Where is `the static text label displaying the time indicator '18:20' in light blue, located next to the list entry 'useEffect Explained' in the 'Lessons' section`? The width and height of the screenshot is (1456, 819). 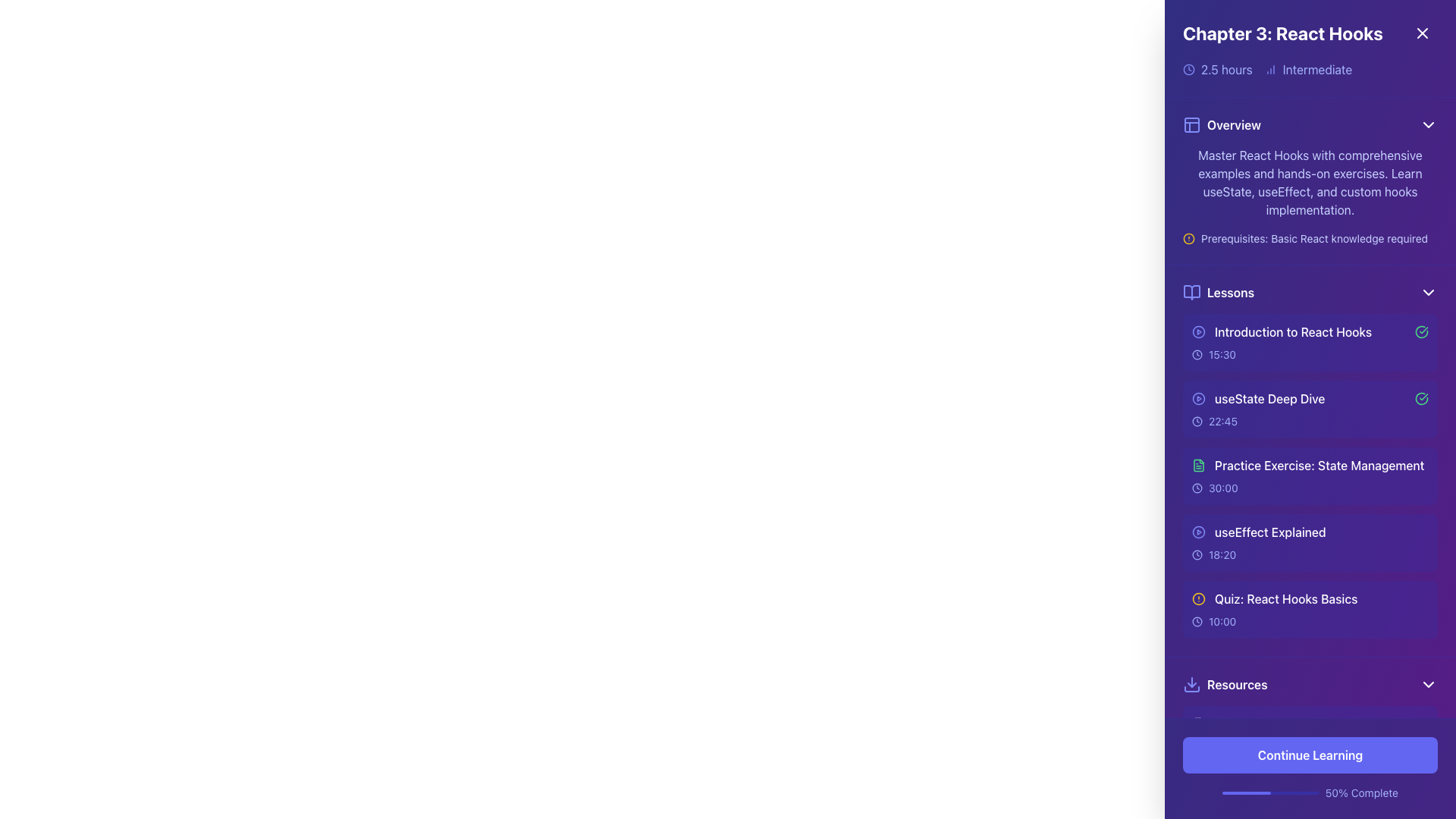 the static text label displaying the time indicator '18:20' in light blue, located next to the list entry 'useEffect Explained' in the 'Lessons' section is located at coordinates (1222, 555).